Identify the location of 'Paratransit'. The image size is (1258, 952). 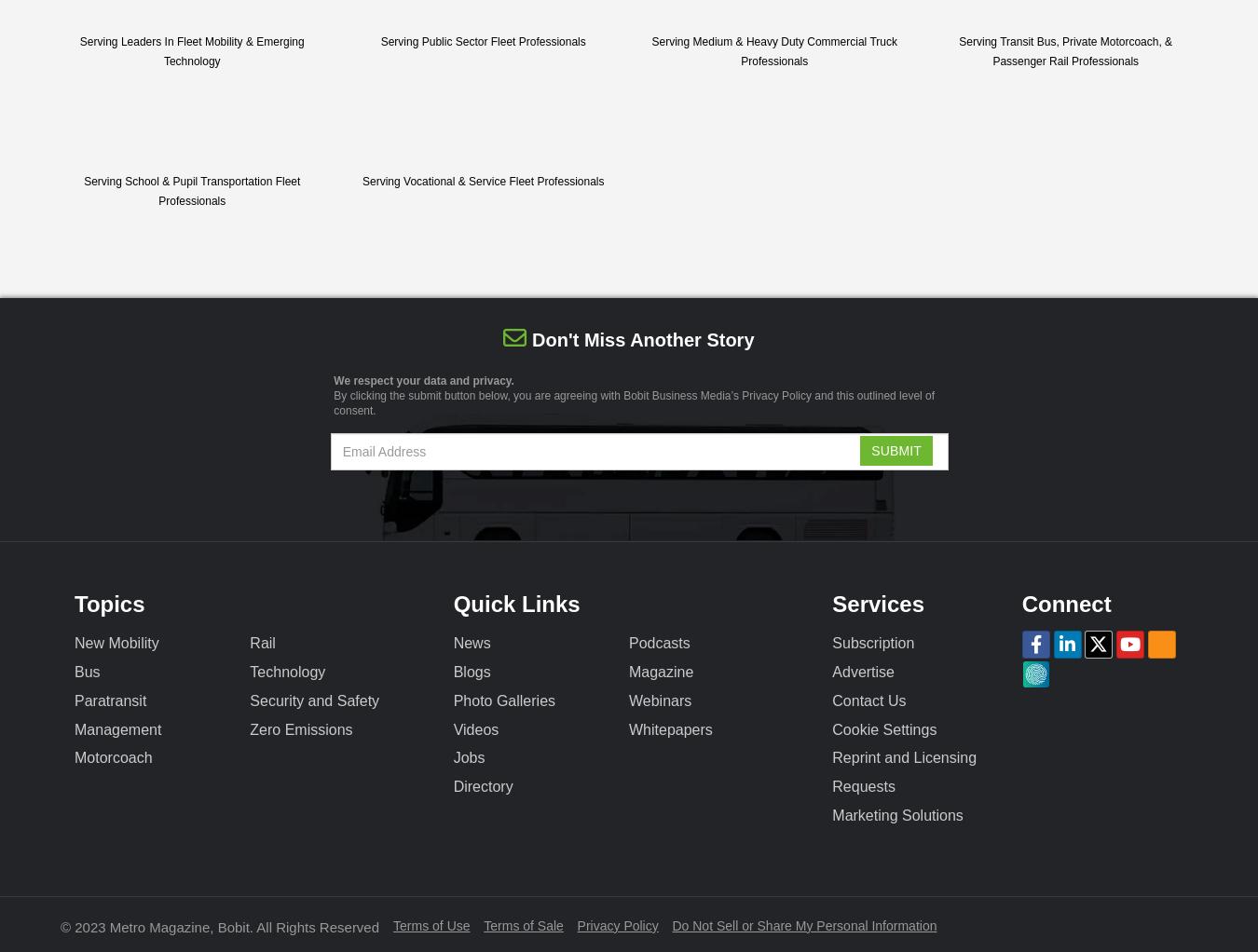
(110, 699).